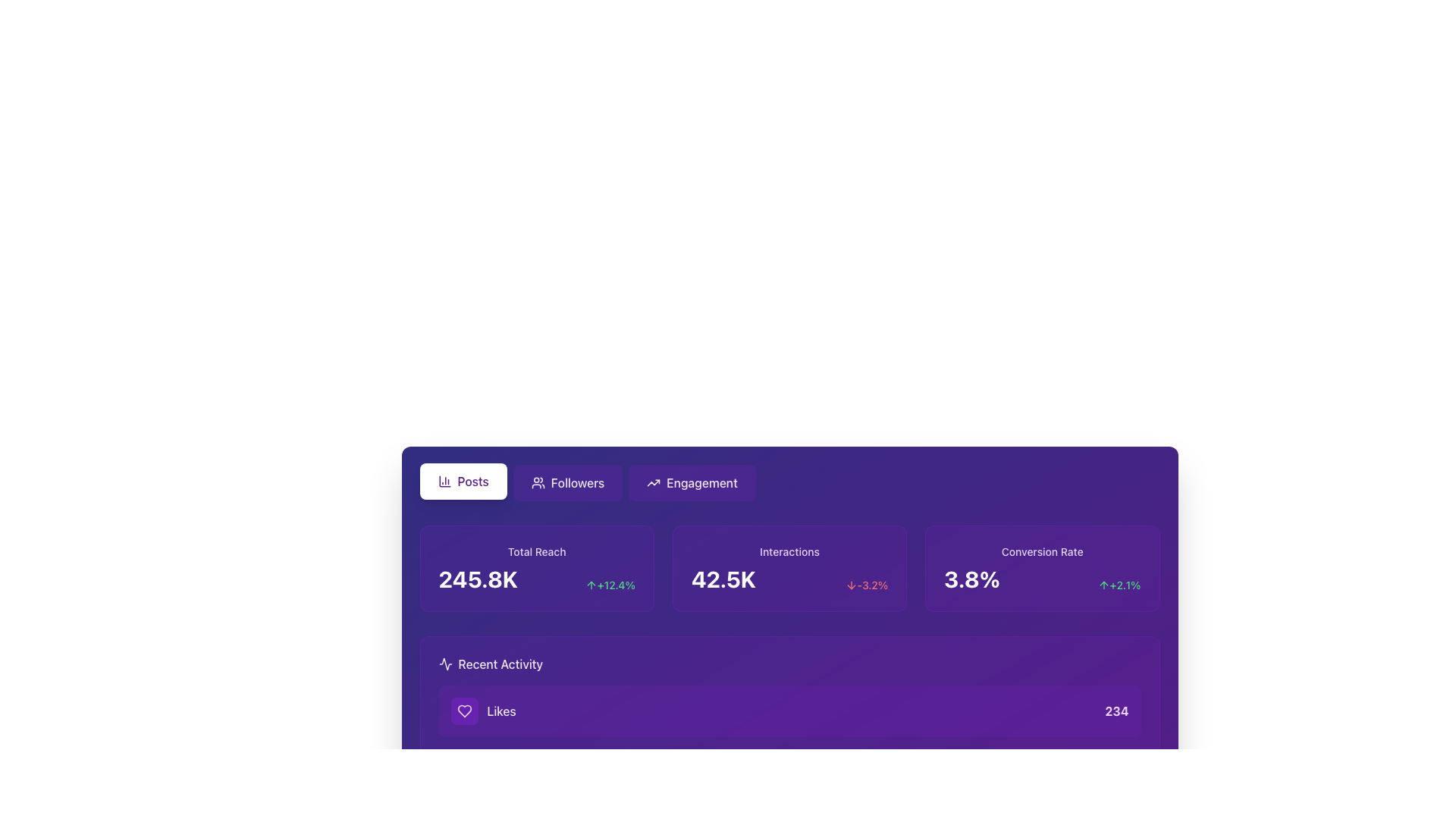  What do you see at coordinates (1103, 584) in the screenshot?
I see `the decorative upward trend icon located to the left of the text '+2.1%' in the bottom-right card under 'Conversion Rate'` at bounding box center [1103, 584].